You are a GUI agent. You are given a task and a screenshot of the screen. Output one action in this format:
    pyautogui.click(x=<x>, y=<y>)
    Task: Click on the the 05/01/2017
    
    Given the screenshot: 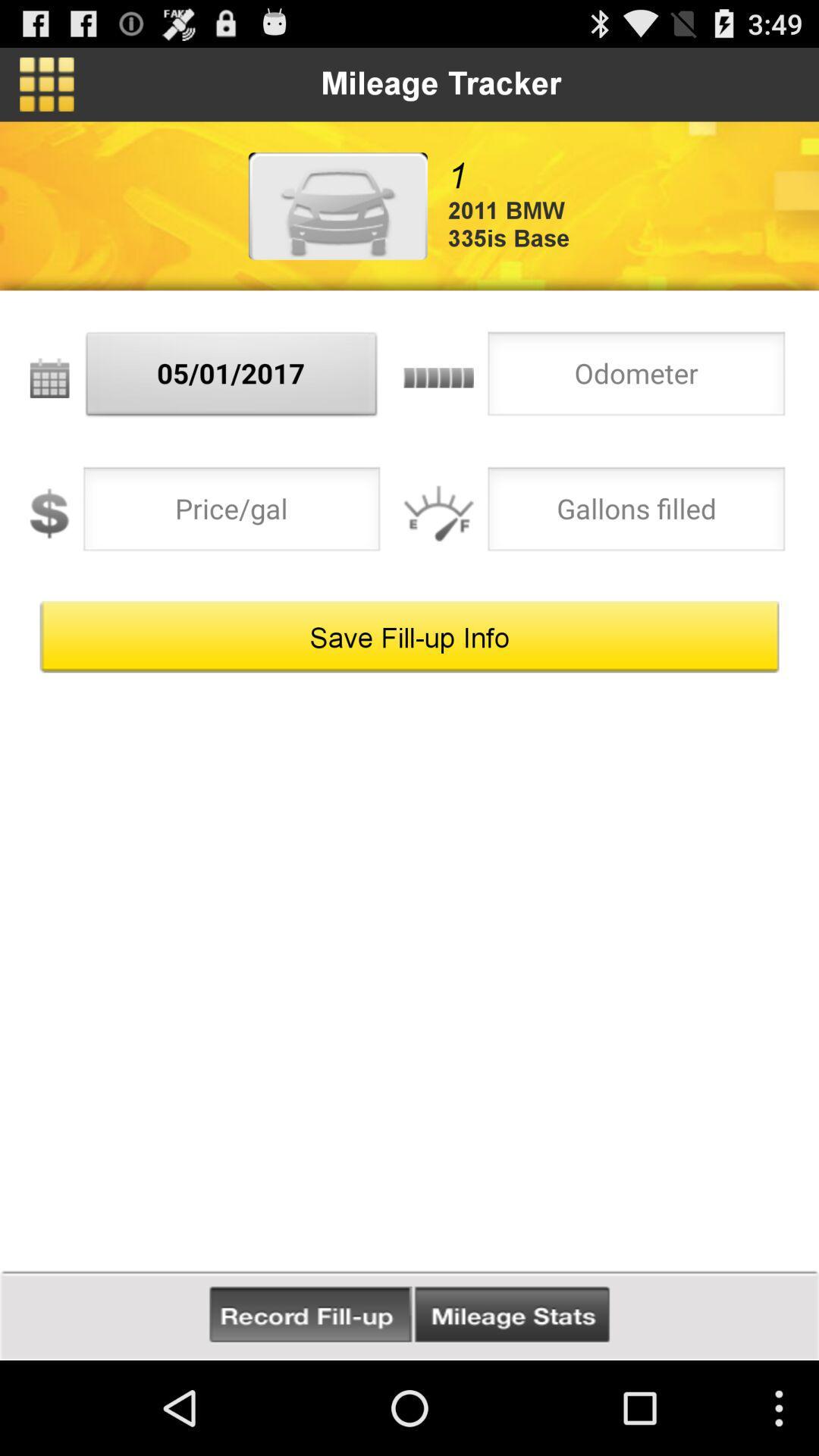 What is the action you would take?
    pyautogui.click(x=231, y=378)
    